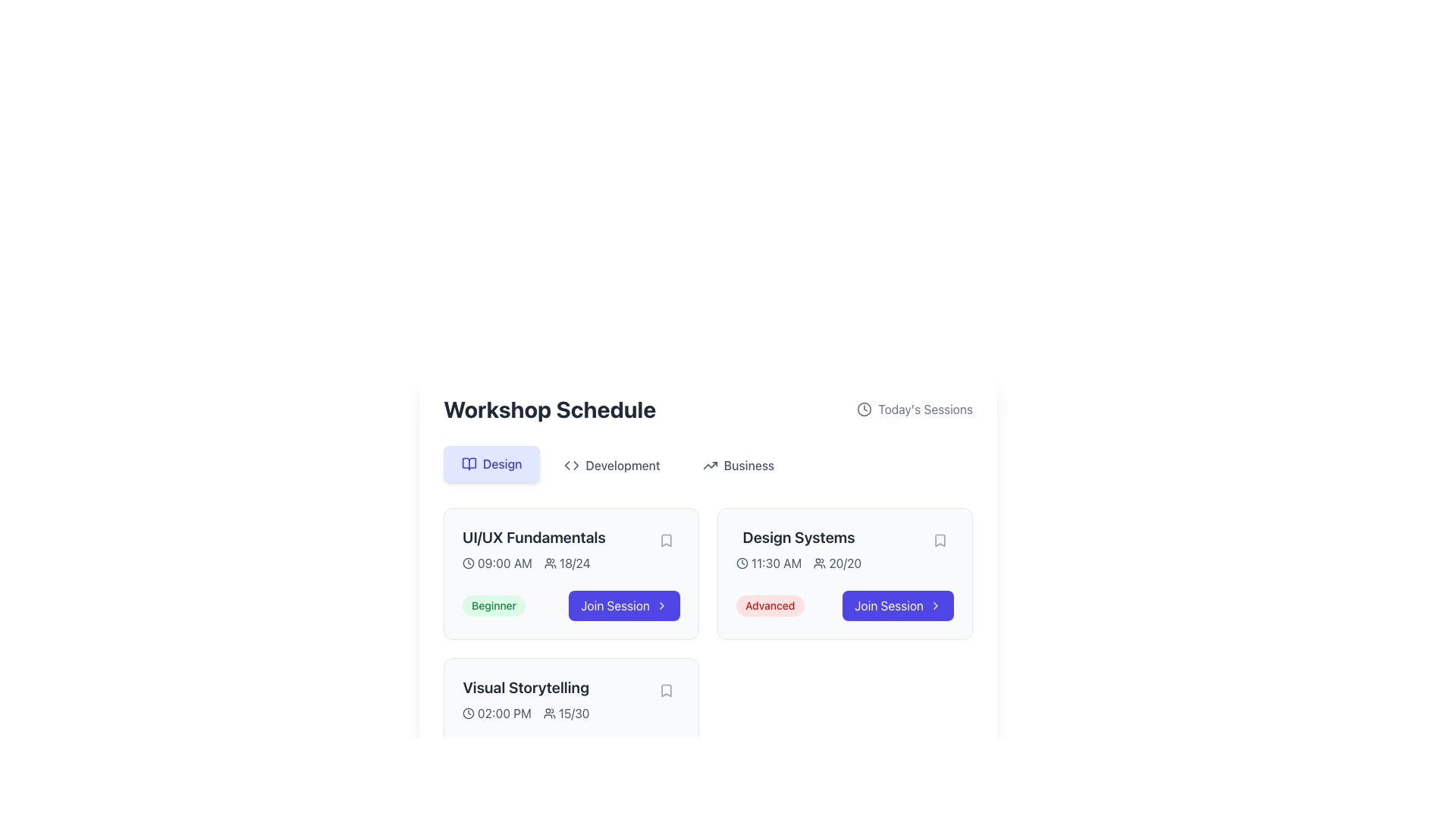 The height and width of the screenshot is (819, 1456). Describe the element at coordinates (666, 690) in the screenshot. I see `the Icon button located in the bottom-right corner of the 'Visual Storytelling' workshop card` at that location.